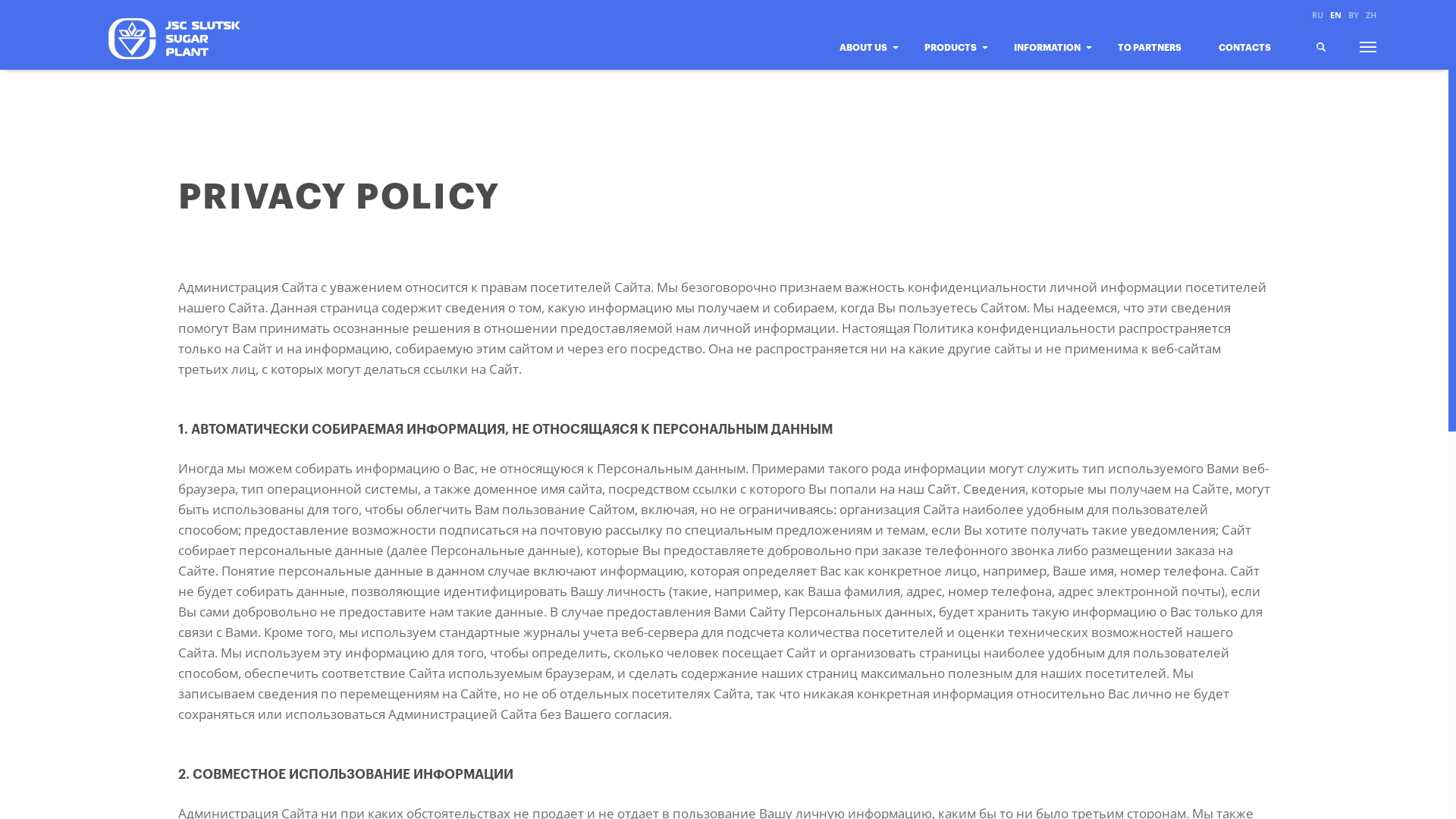 Image resolution: width=1456 pixels, height=819 pixels. What do you see at coordinates (1154, 60) in the screenshot?
I see `'TO PARTNERS'` at bounding box center [1154, 60].